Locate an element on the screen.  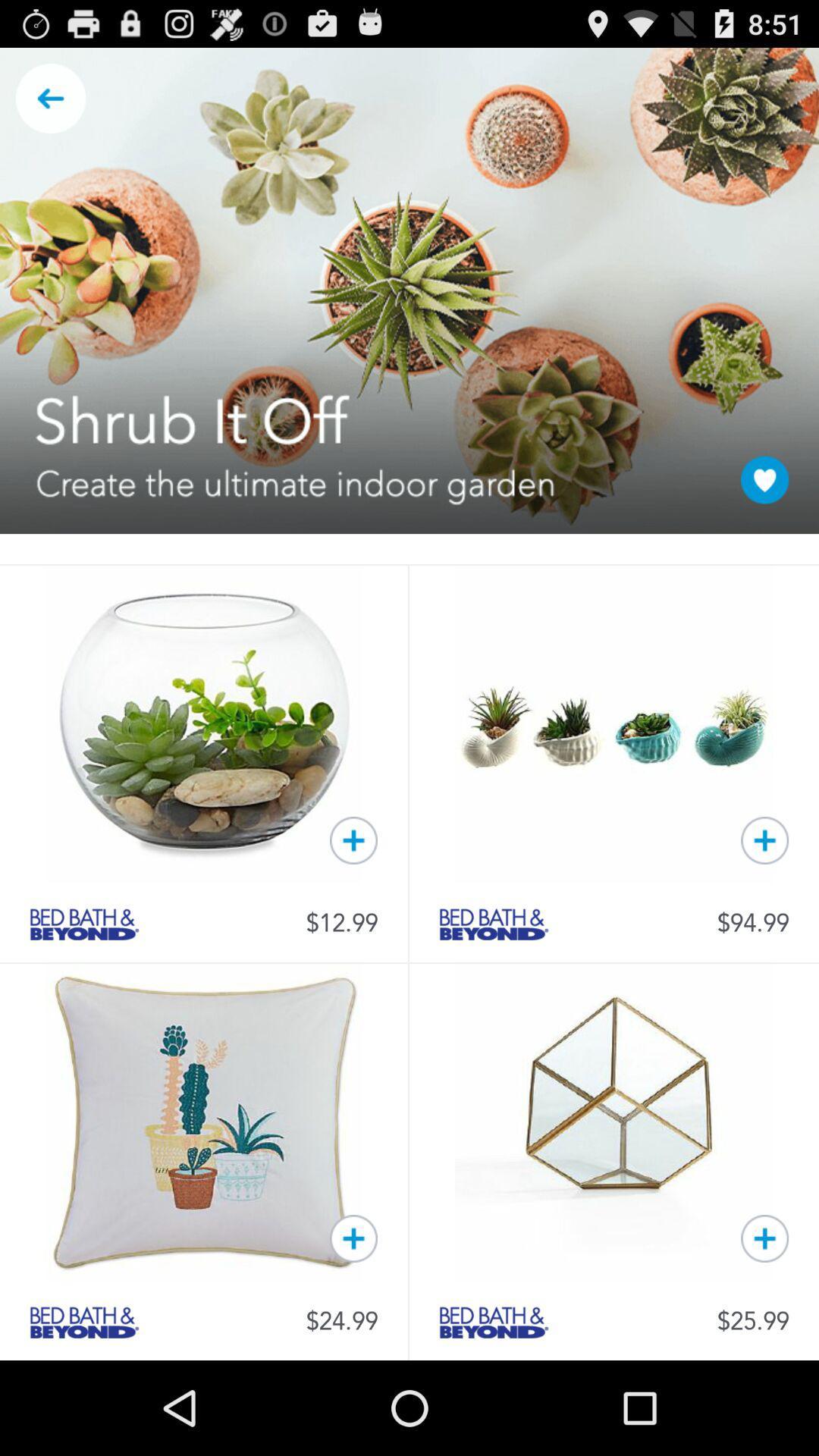
product is located at coordinates (494, 1322).